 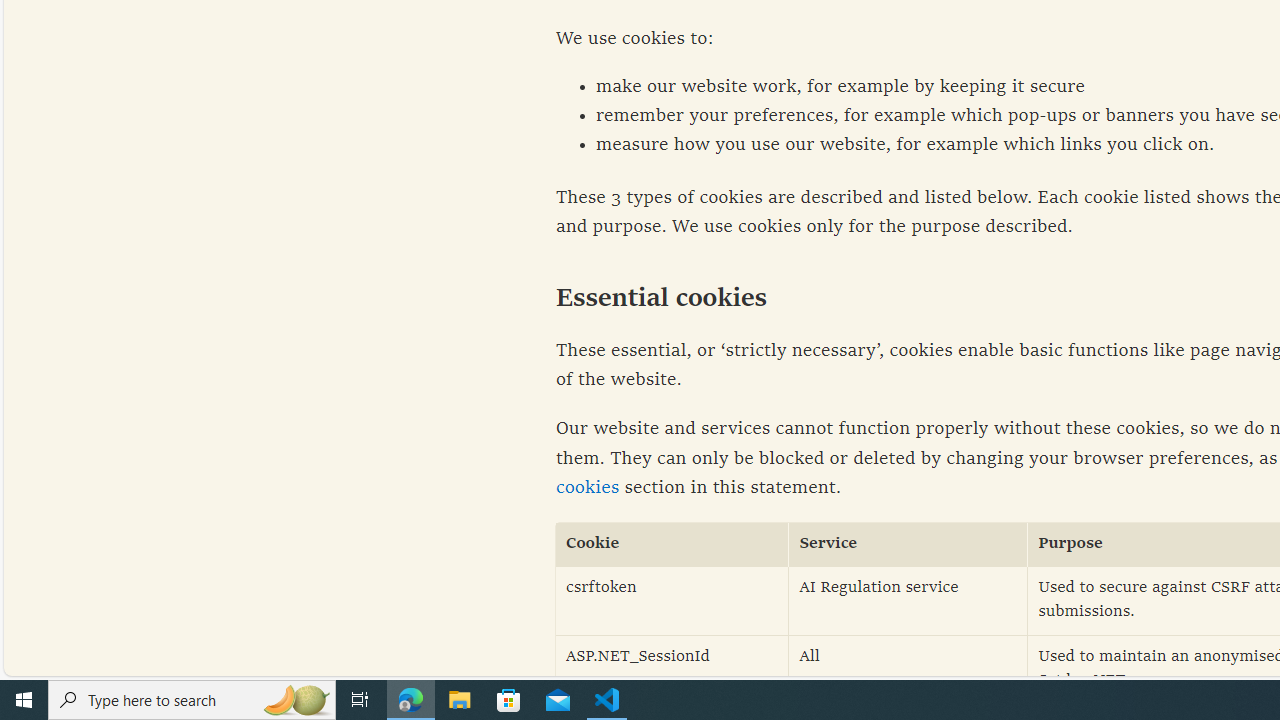 What do you see at coordinates (907, 599) in the screenshot?
I see `'AI Regulation service'` at bounding box center [907, 599].